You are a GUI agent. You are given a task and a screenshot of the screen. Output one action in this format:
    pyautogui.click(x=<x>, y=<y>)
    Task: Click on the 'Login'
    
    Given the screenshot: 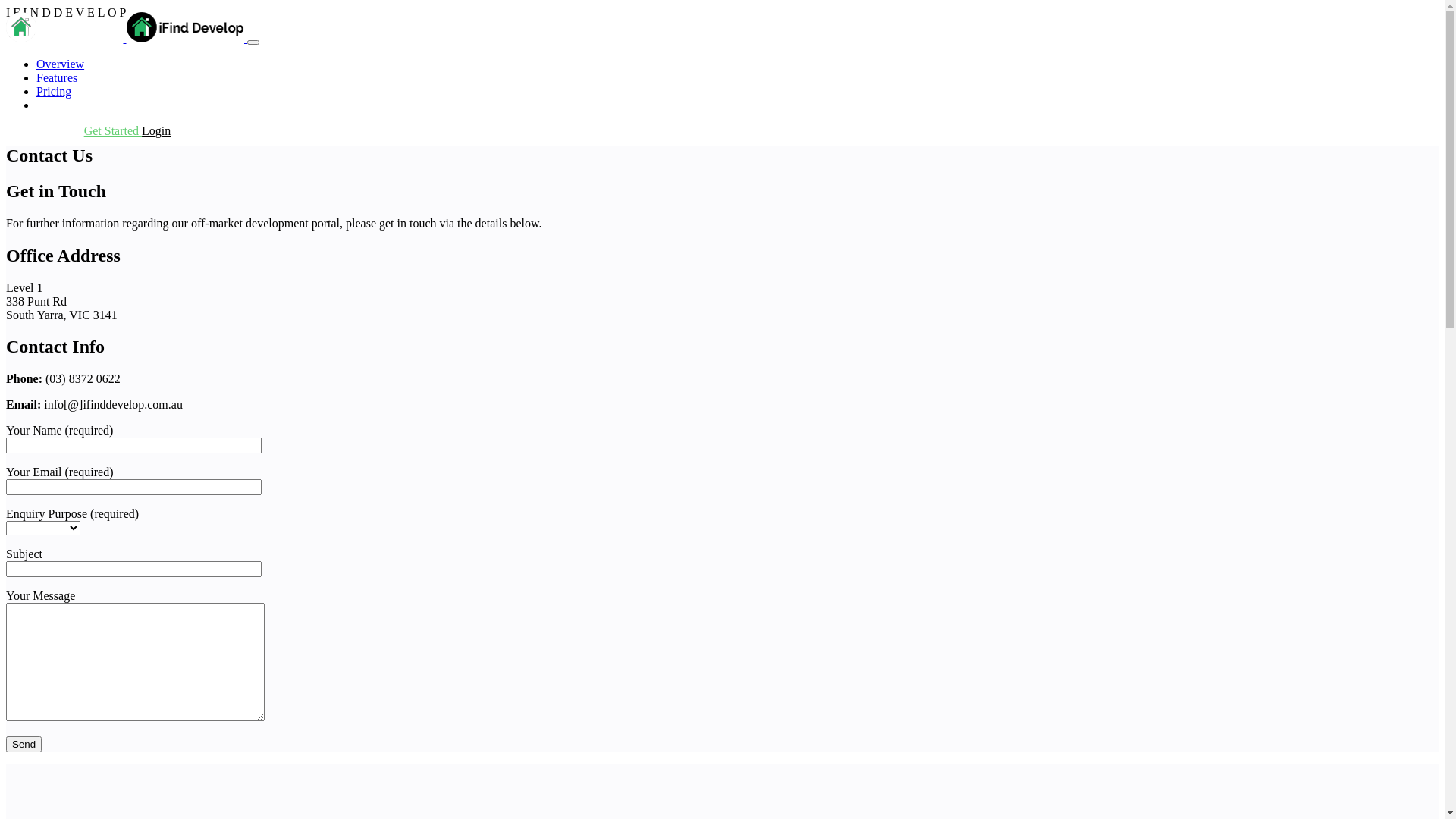 What is the action you would take?
    pyautogui.click(x=156, y=130)
    